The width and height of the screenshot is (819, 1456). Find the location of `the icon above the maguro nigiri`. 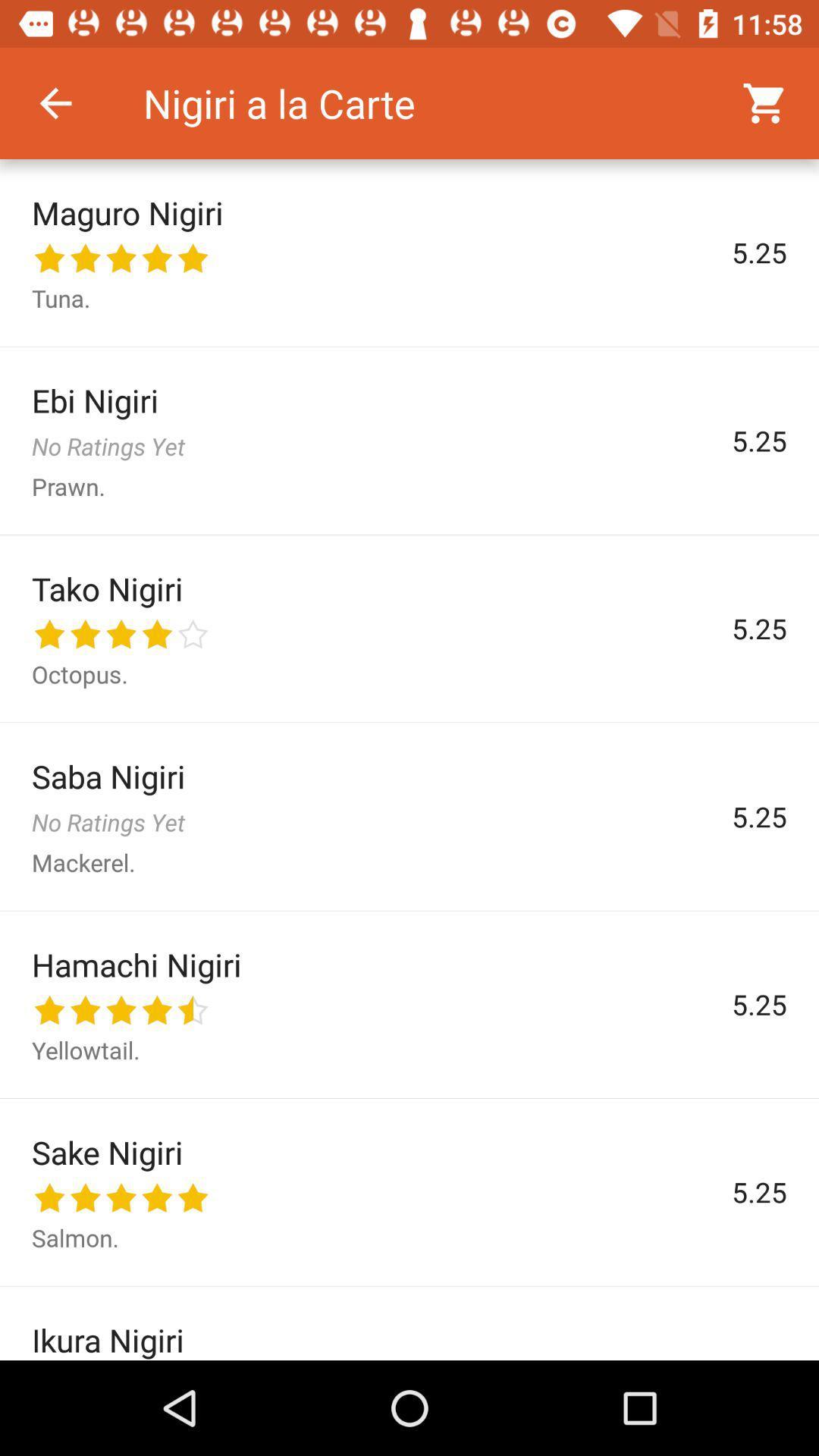

the icon above the maguro nigiri is located at coordinates (55, 102).